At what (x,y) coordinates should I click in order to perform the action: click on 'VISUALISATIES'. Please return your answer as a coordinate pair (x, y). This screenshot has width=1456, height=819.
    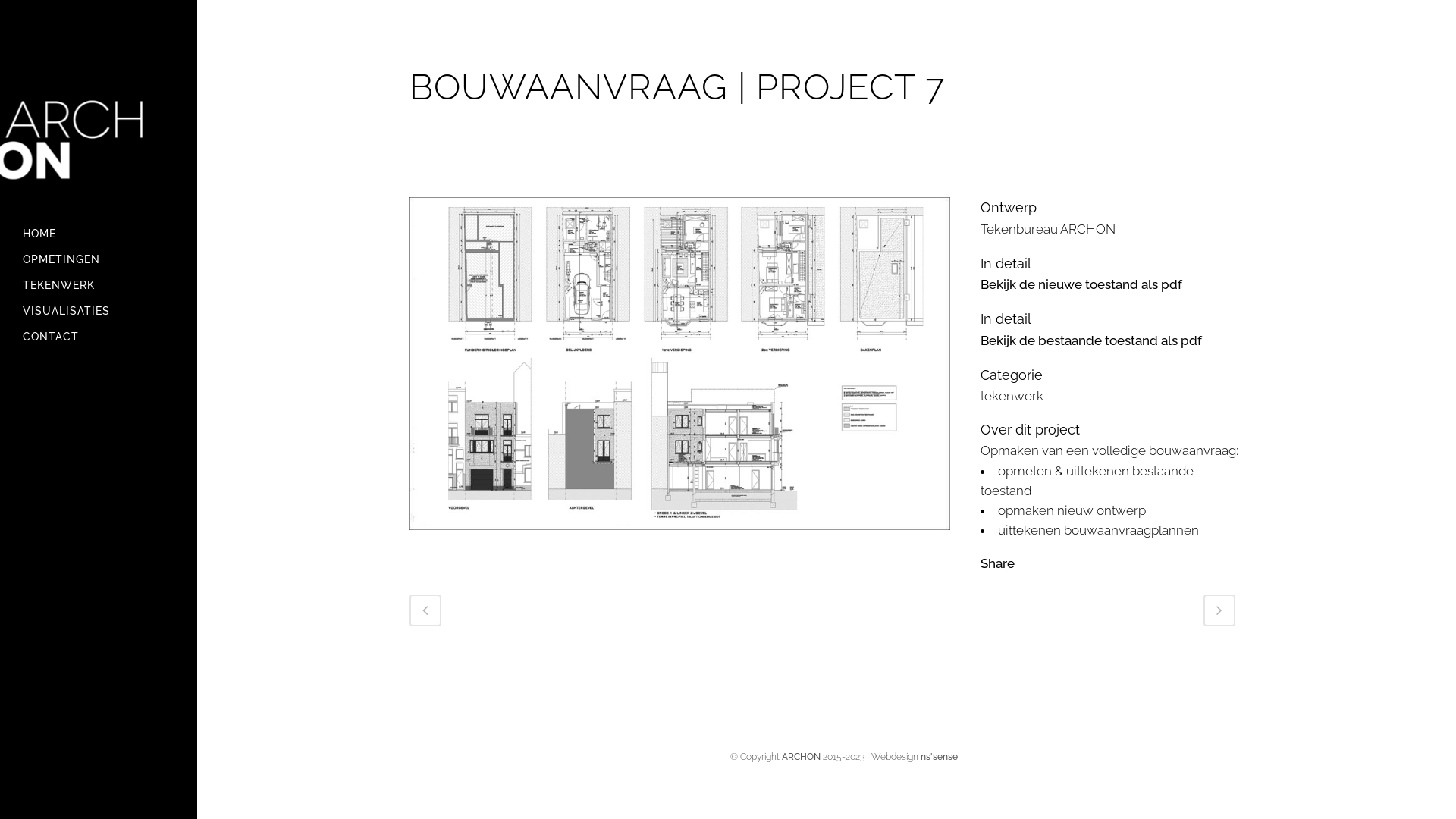
    Looking at the image, I should click on (22, 309).